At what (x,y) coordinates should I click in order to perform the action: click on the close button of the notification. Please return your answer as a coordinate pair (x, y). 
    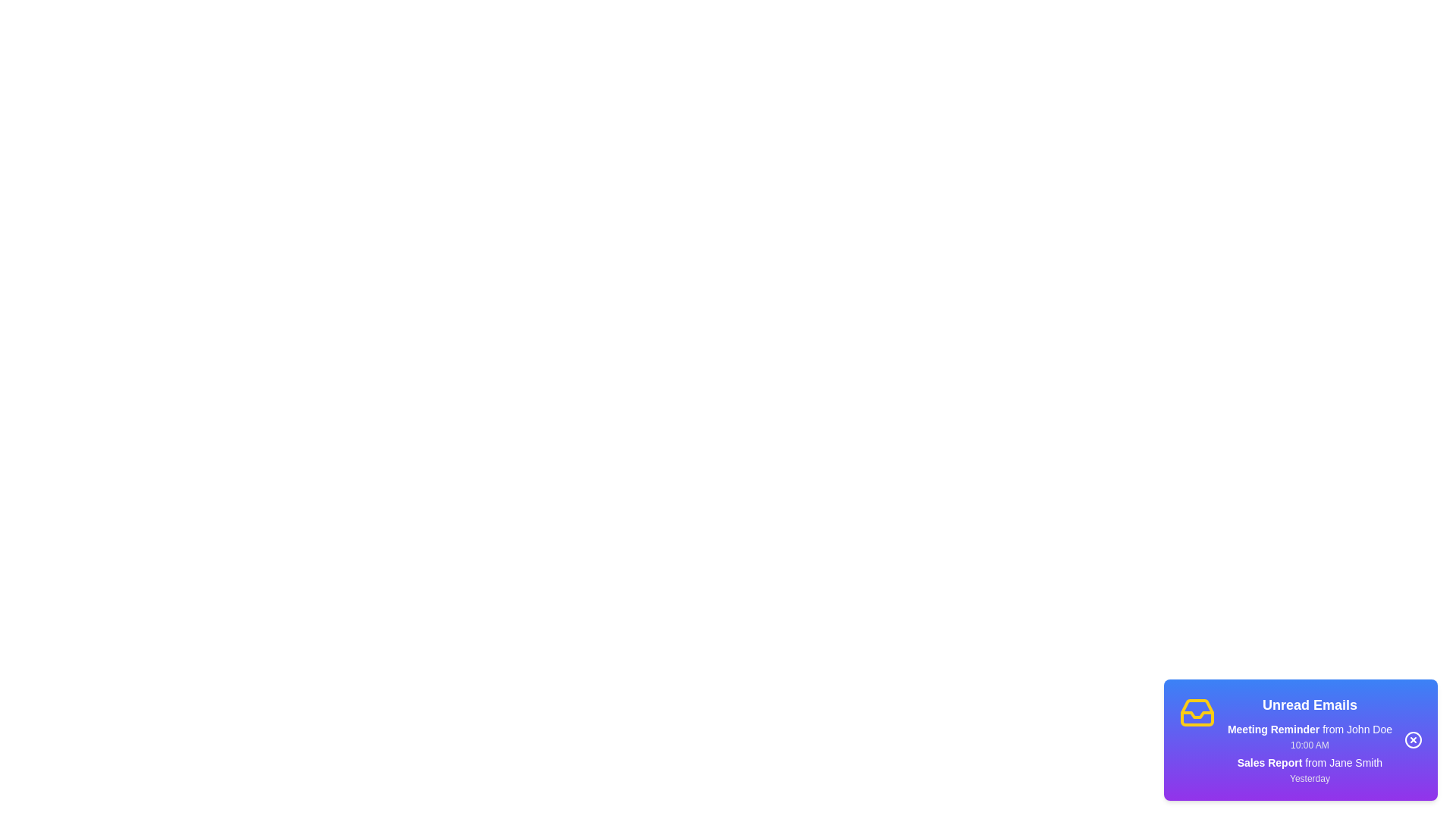
    Looking at the image, I should click on (1412, 739).